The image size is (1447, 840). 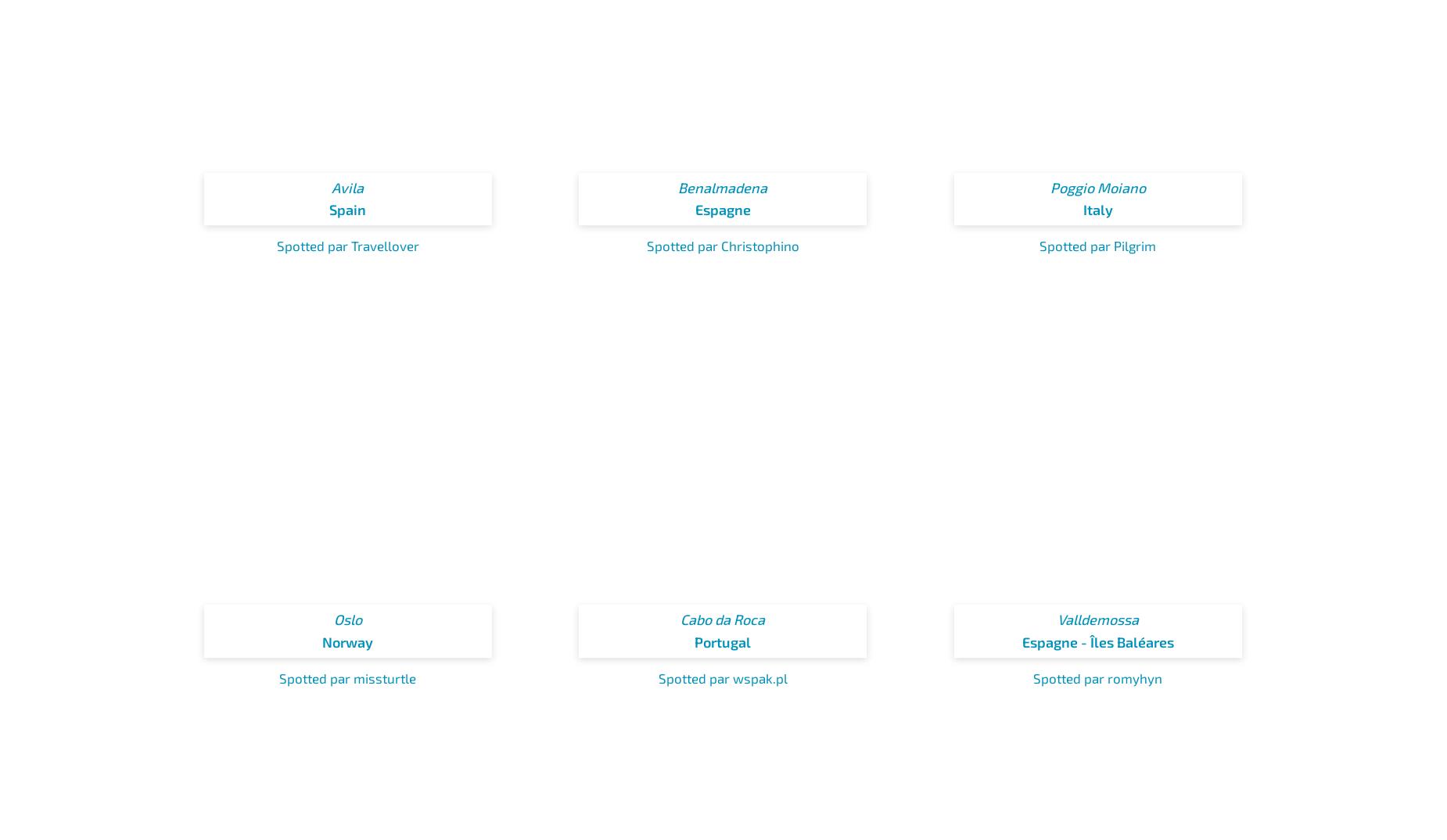 What do you see at coordinates (723, 185) in the screenshot?
I see `'Benalmadena'` at bounding box center [723, 185].